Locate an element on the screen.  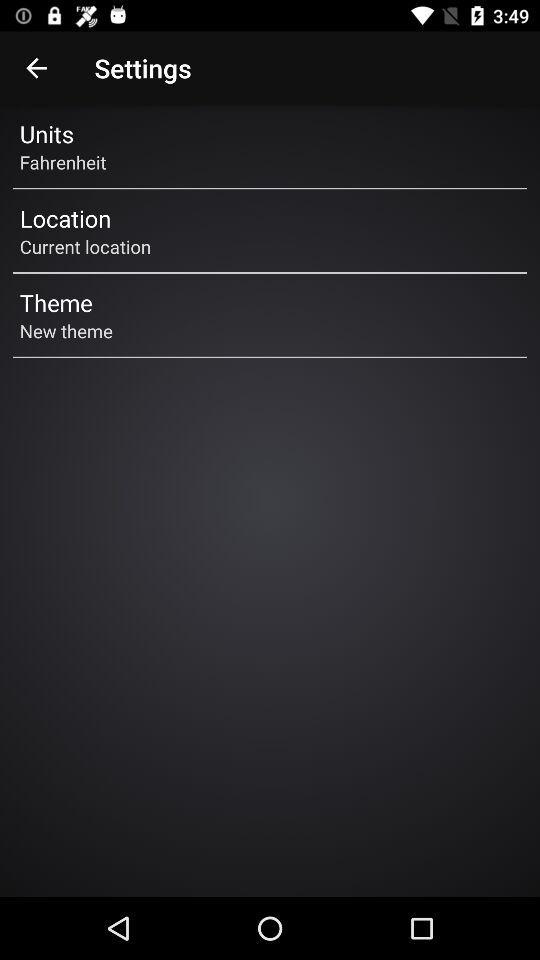
icon next to the settings icon is located at coordinates (36, 68).